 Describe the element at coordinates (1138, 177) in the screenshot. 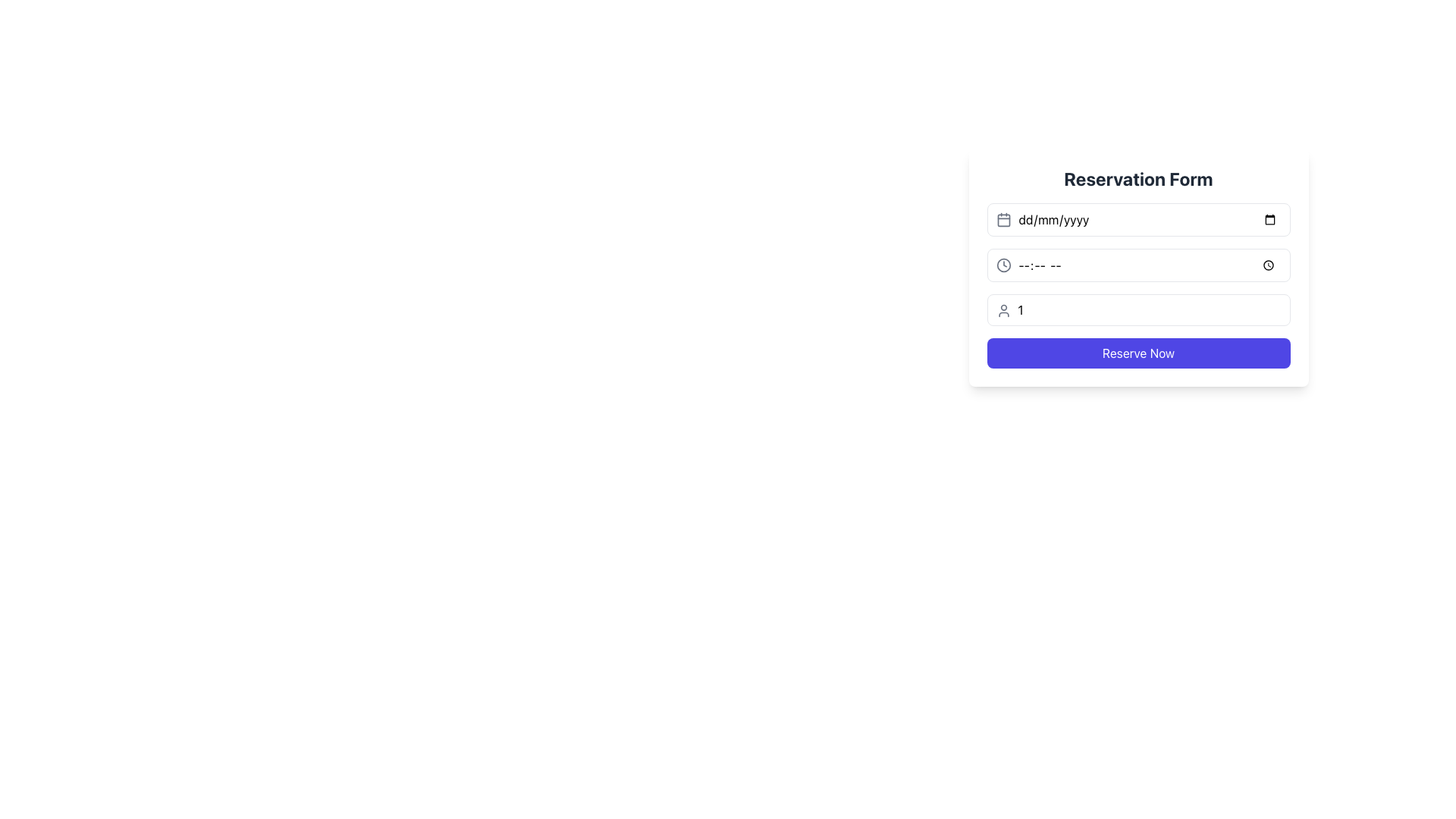

I see `the title text of the 'Reservation Form', which provides context for the form's purpose` at that location.